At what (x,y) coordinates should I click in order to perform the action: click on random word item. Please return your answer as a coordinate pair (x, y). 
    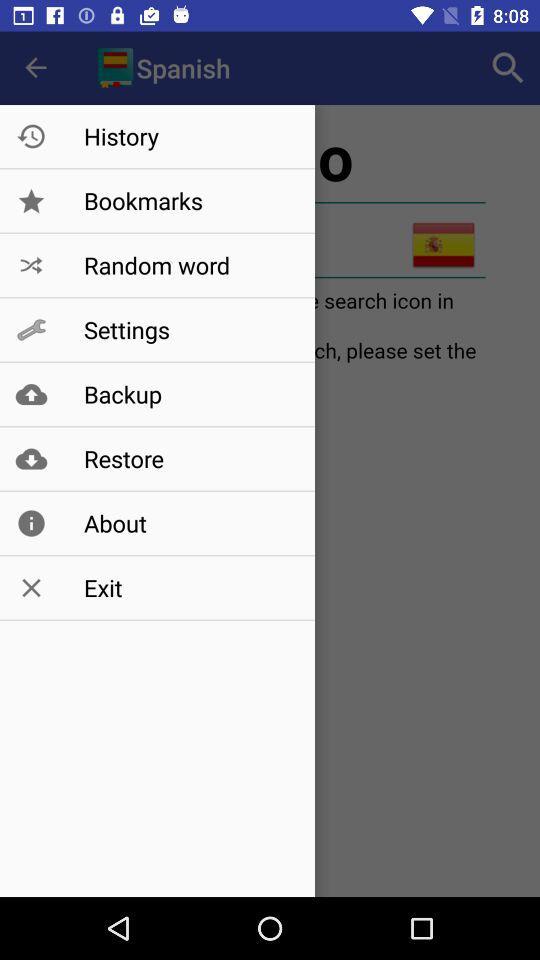
    Looking at the image, I should click on (189, 264).